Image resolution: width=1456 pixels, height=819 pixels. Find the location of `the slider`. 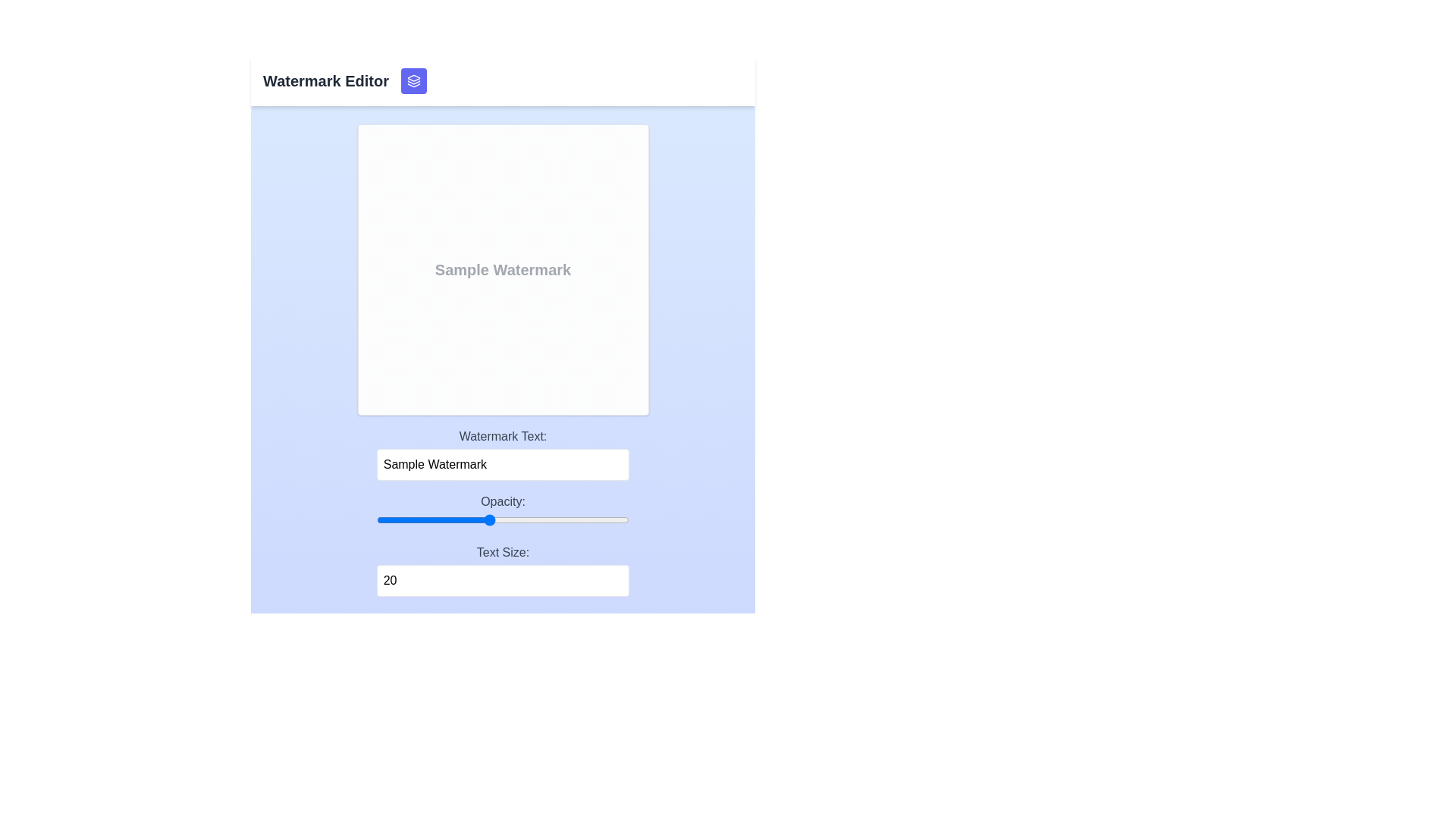

the slider is located at coordinates (347, 519).